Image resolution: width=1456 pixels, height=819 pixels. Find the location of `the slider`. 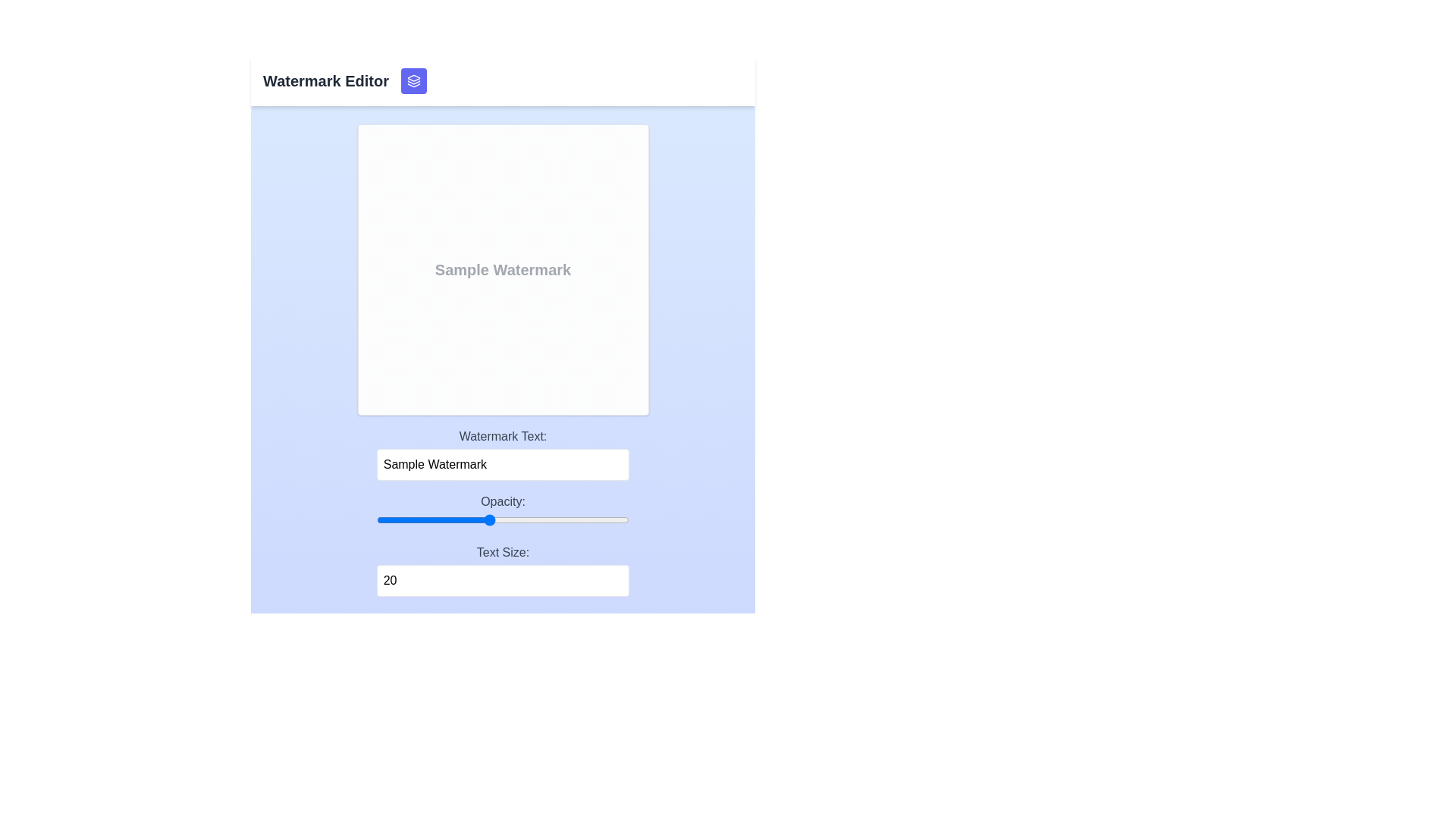

the slider is located at coordinates (347, 519).